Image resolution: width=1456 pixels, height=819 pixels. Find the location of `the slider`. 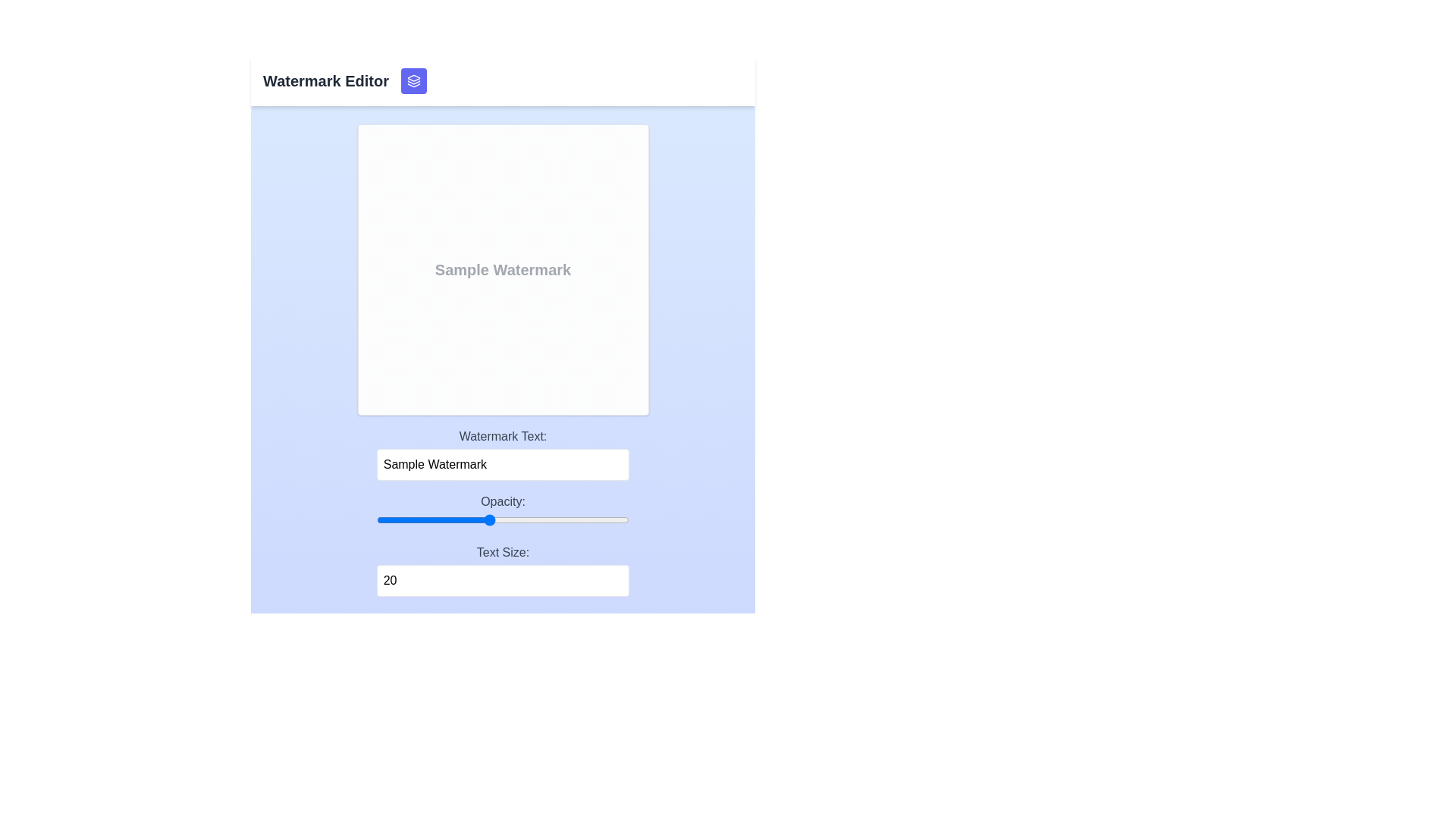

the slider is located at coordinates (347, 519).